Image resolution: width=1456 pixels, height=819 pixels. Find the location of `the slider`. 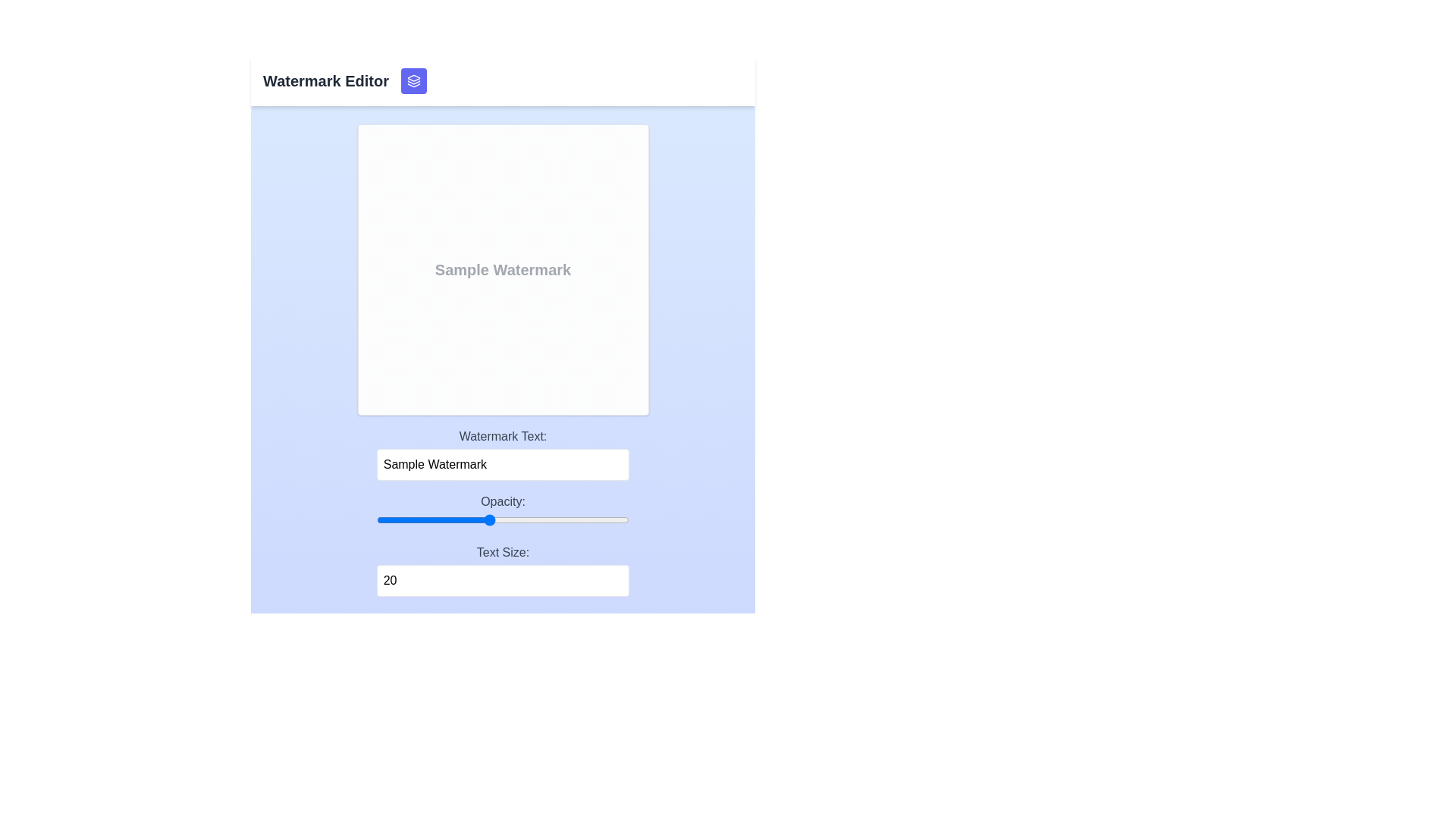

the slider is located at coordinates (347, 519).